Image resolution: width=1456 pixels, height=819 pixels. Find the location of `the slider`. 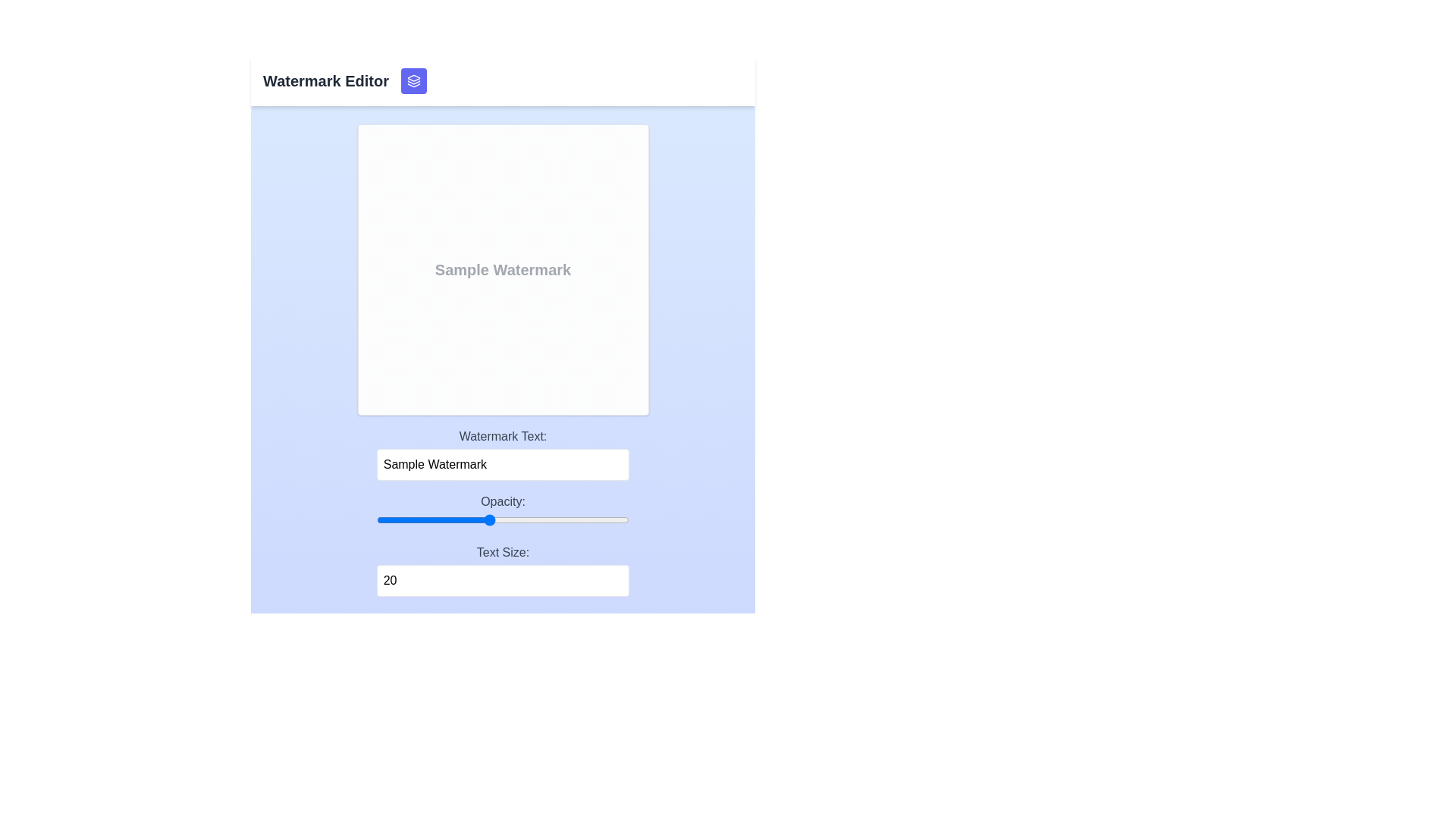

the slider is located at coordinates (347, 519).